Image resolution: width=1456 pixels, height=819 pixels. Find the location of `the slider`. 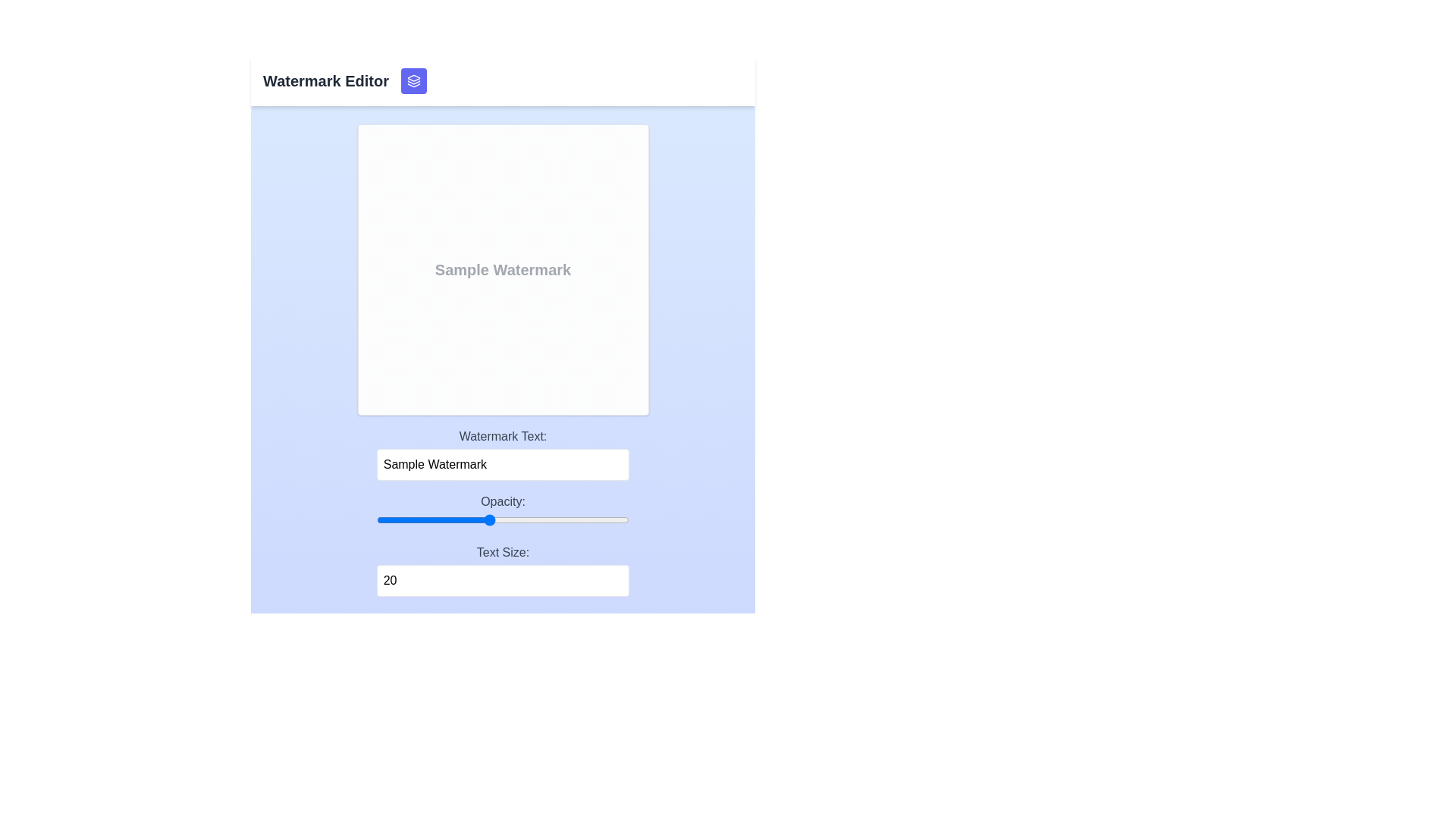

the slider is located at coordinates (347, 519).